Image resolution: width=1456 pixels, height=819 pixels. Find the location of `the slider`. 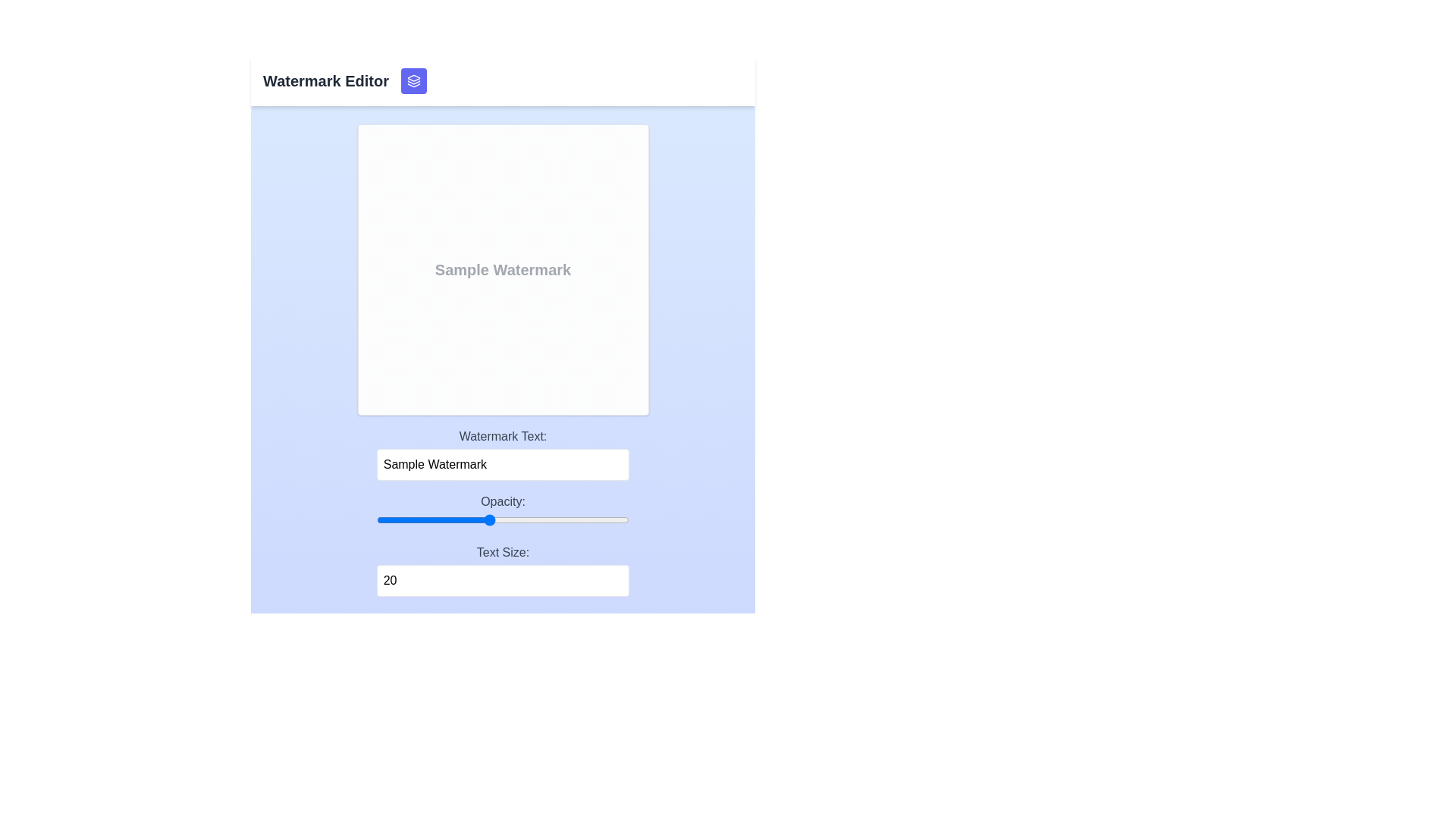

the slider is located at coordinates (347, 519).